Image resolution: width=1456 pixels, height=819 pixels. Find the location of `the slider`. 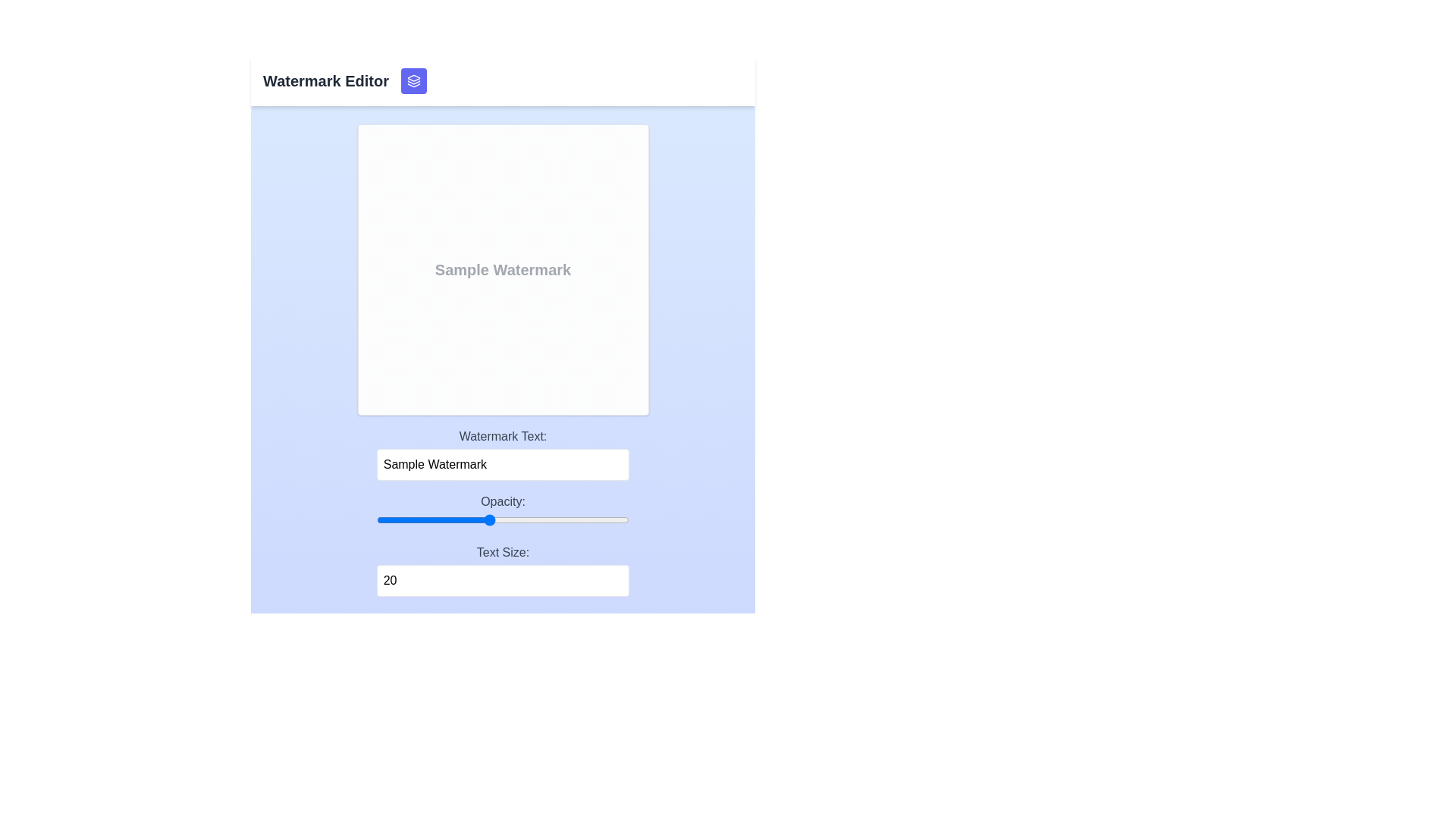

the slider is located at coordinates (347, 519).